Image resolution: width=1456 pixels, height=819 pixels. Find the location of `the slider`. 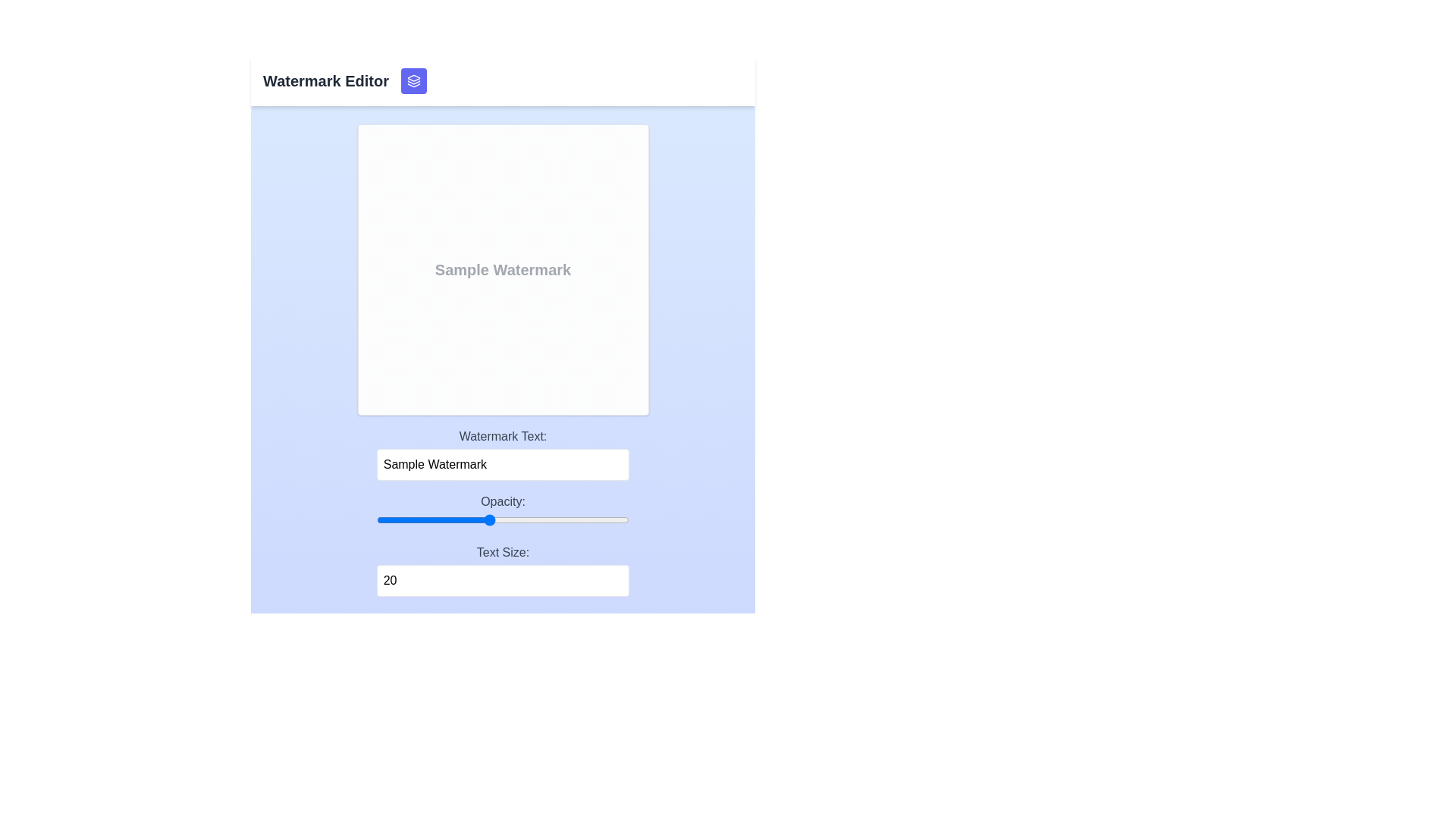

the slider is located at coordinates (347, 519).